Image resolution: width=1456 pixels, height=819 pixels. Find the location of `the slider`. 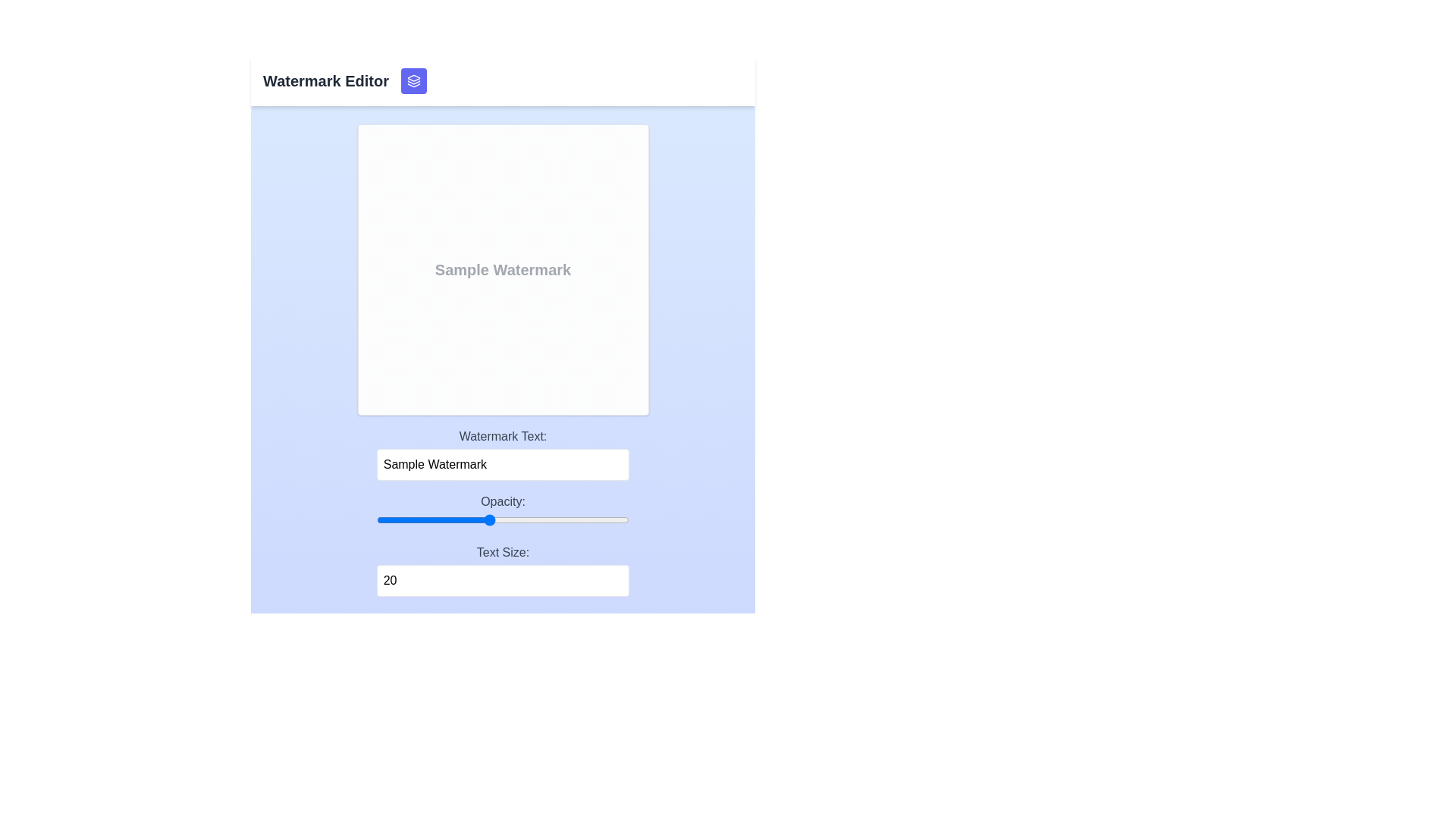

the slider is located at coordinates (347, 519).